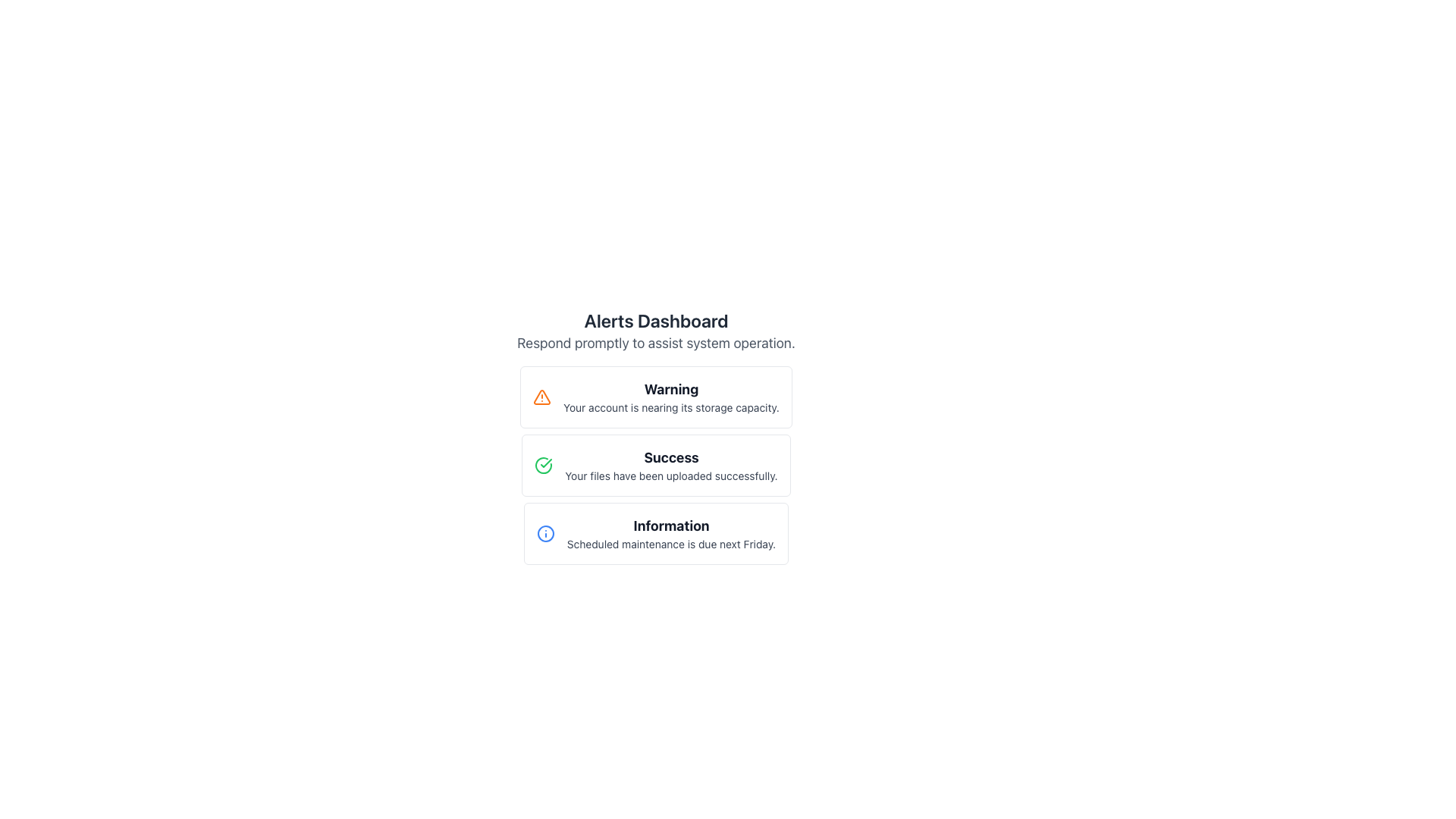  I want to click on the text label that reads 'Success', which is styled with bold font and larger size, located in the second alert box between 'Warning' and 'Information', so click(670, 457).